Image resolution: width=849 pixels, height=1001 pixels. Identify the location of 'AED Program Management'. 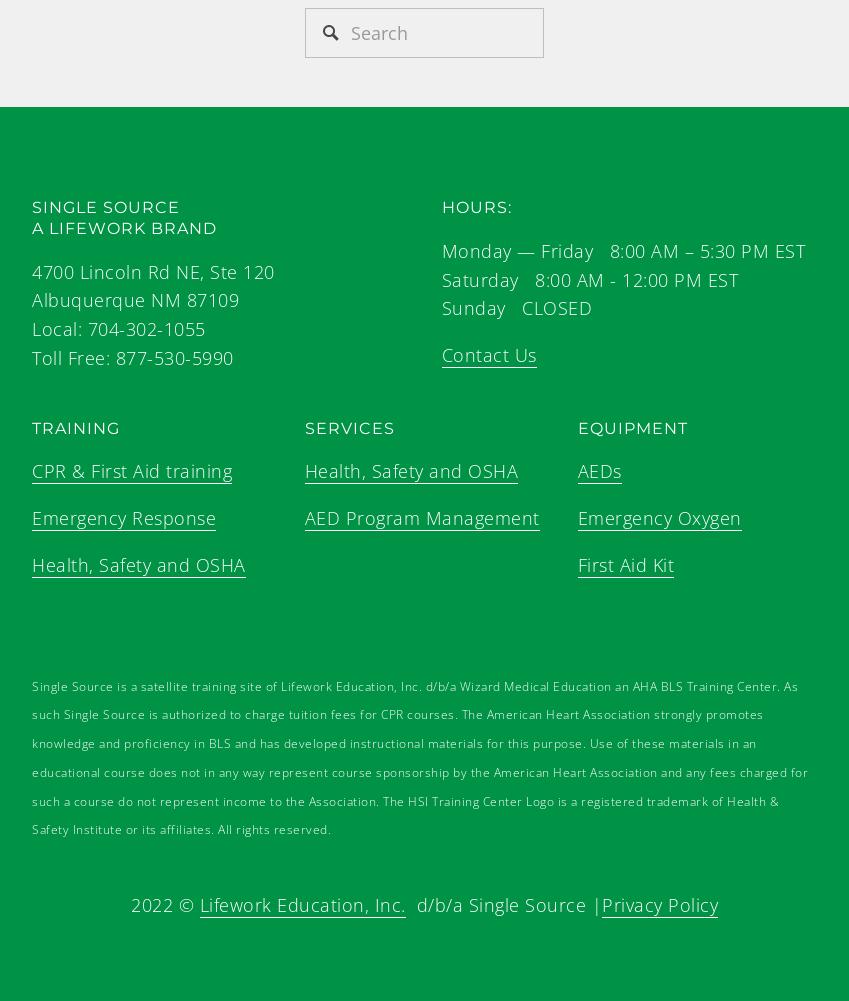
(420, 517).